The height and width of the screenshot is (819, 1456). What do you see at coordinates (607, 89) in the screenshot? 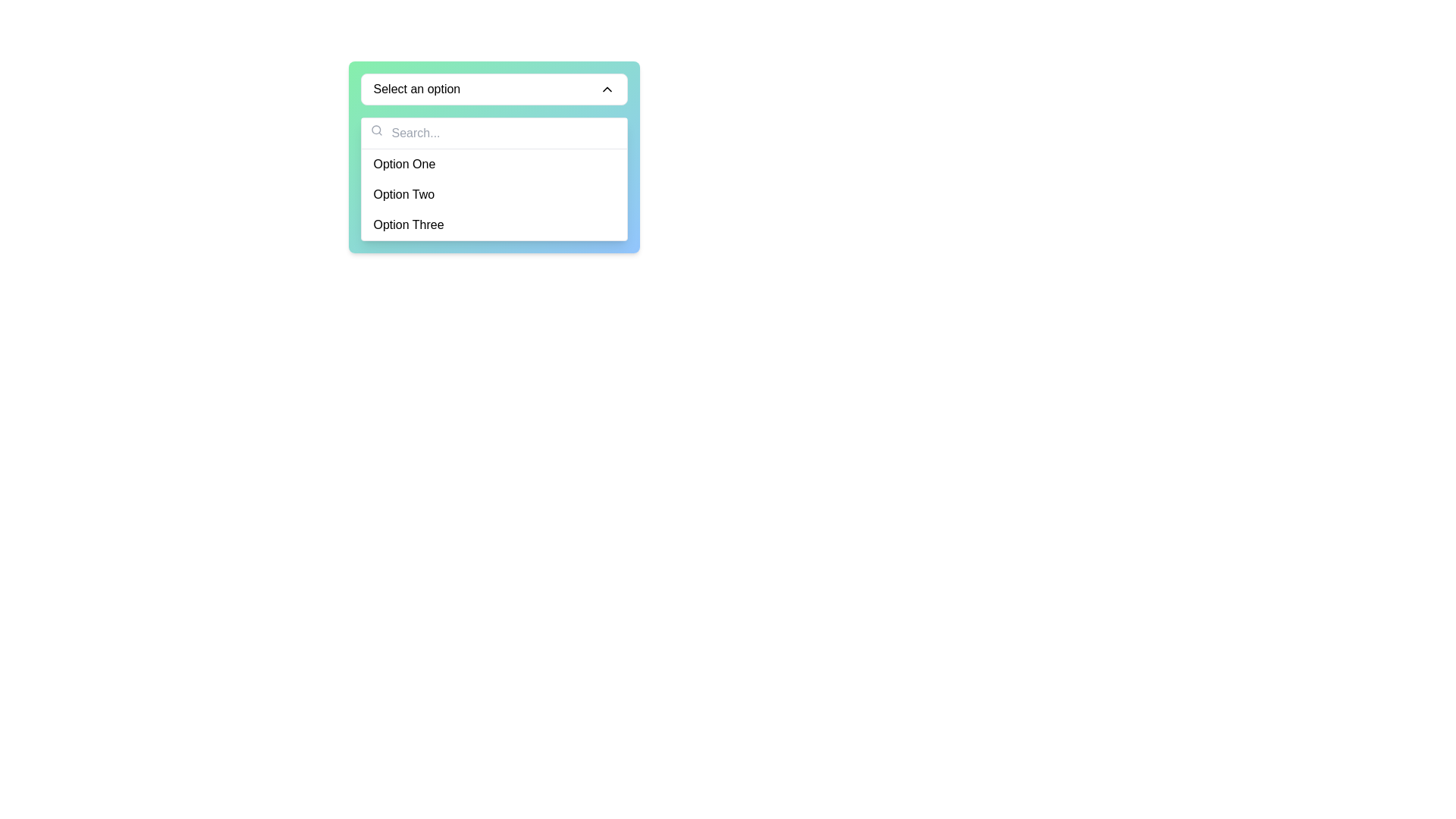
I see `the chevron icon at the rightmost end of the 'Select an option' dropdown header` at bounding box center [607, 89].